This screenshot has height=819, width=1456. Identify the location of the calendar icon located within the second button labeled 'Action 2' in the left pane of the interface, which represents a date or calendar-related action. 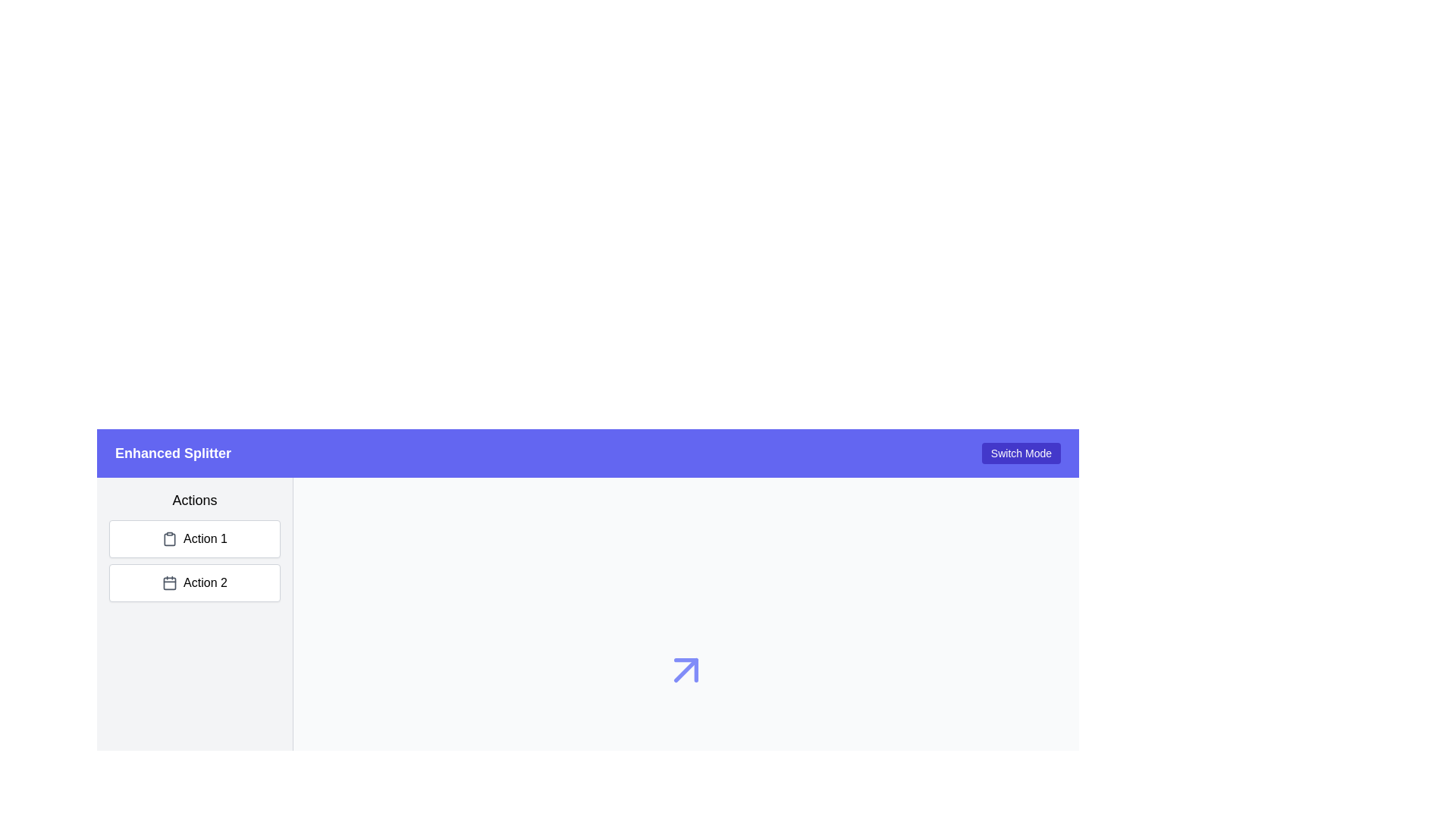
(170, 582).